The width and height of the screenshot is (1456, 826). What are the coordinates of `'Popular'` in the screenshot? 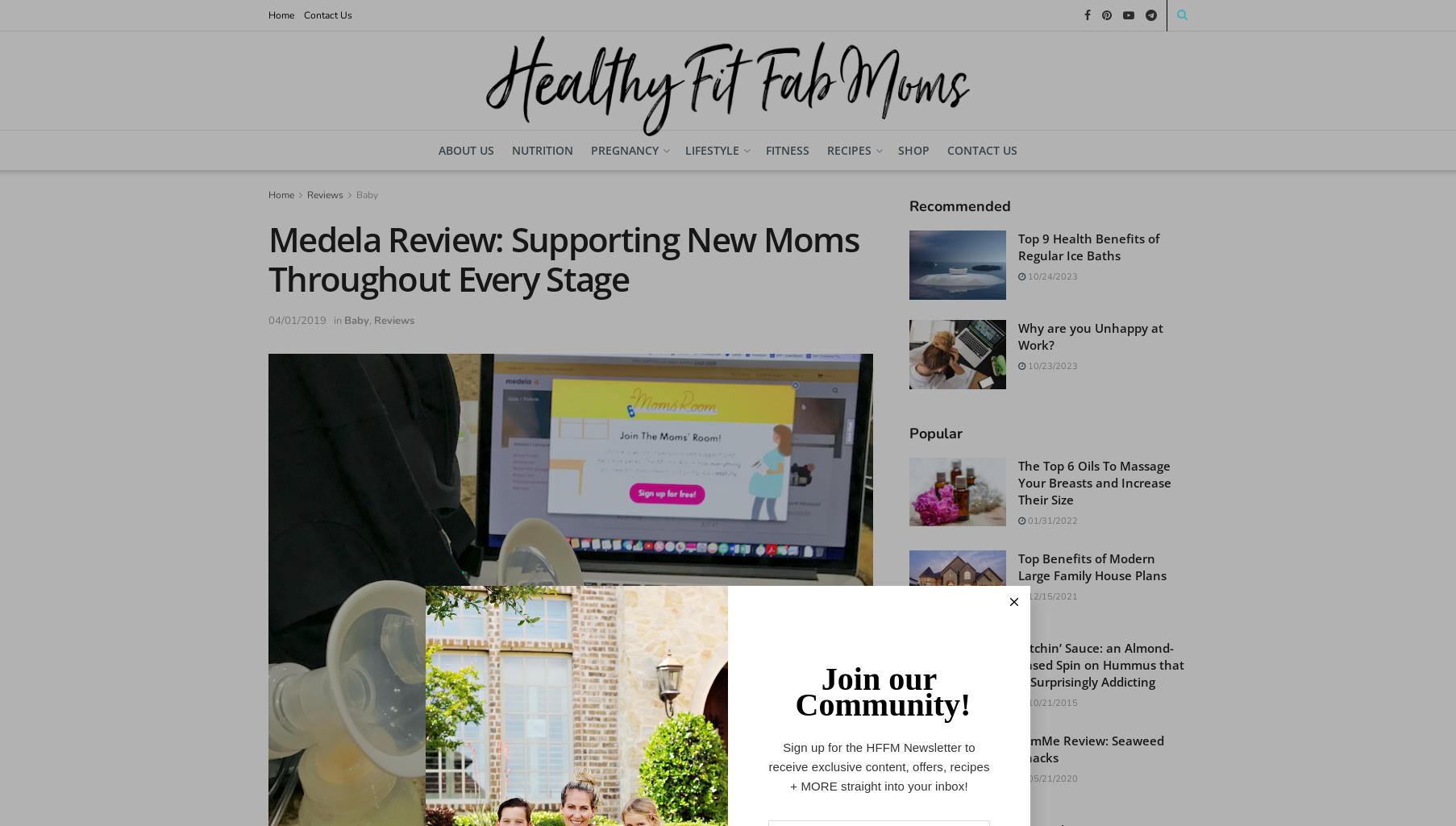 It's located at (936, 431).